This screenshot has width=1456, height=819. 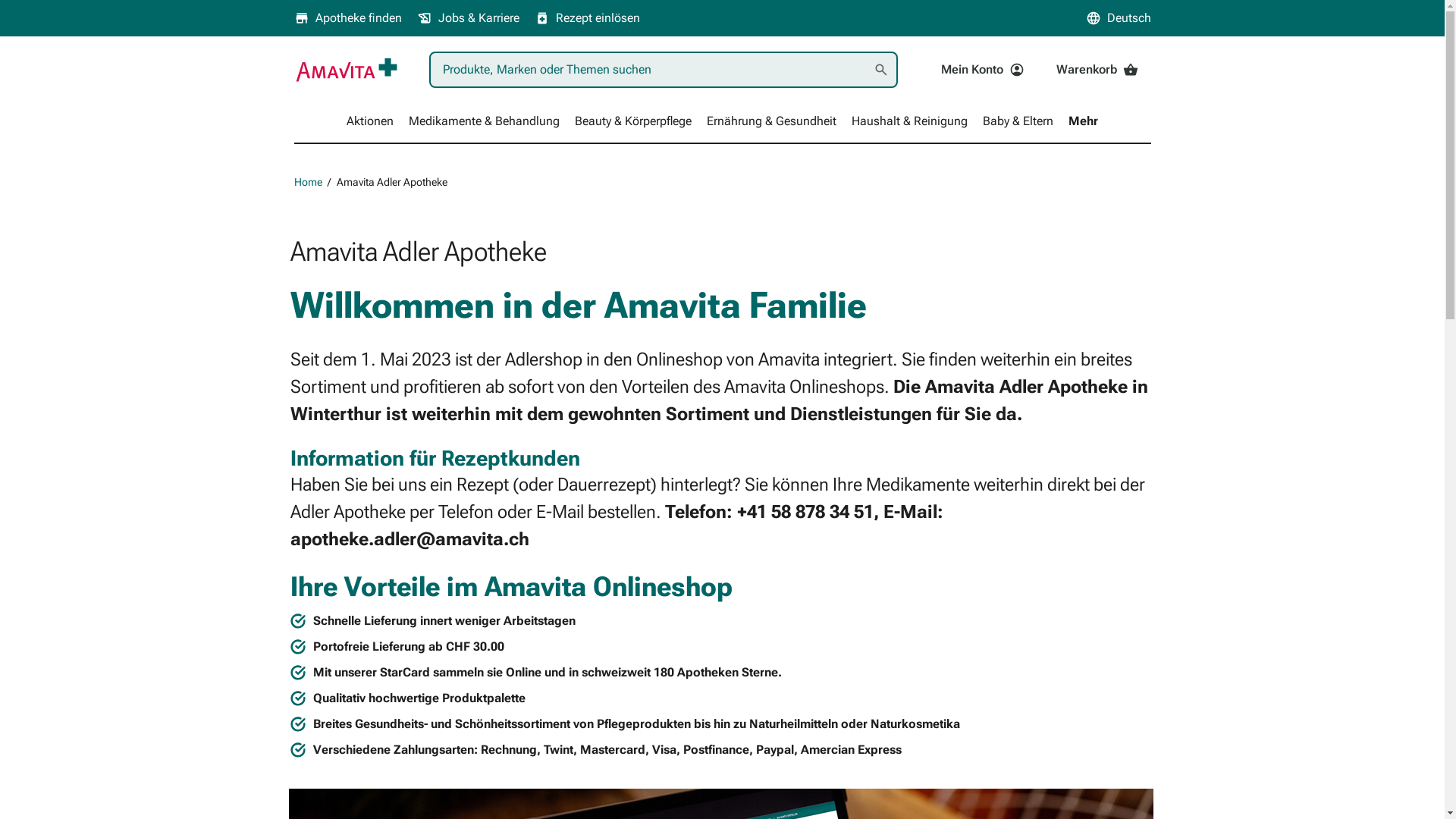 What do you see at coordinates (370, 120) in the screenshot?
I see `'Aktionen'` at bounding box center [370, 120].